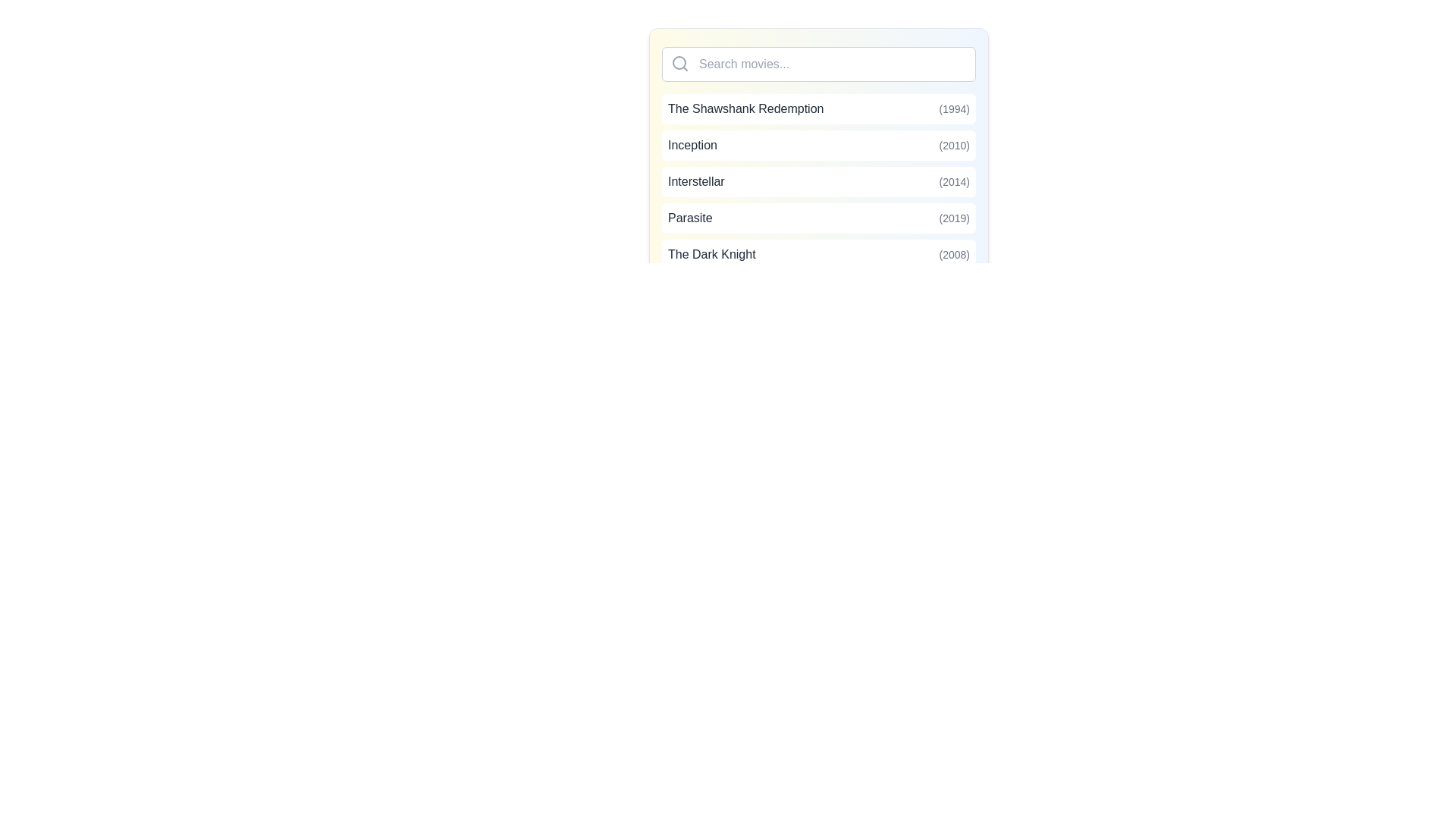 Image resolution: width=1456 pixels, height=819 pixels. I want to click on text label that displays 'The Dark Knight' in dark gray color, positioned in the fifth item of a vertical list of movie titles, so click(711, 253).